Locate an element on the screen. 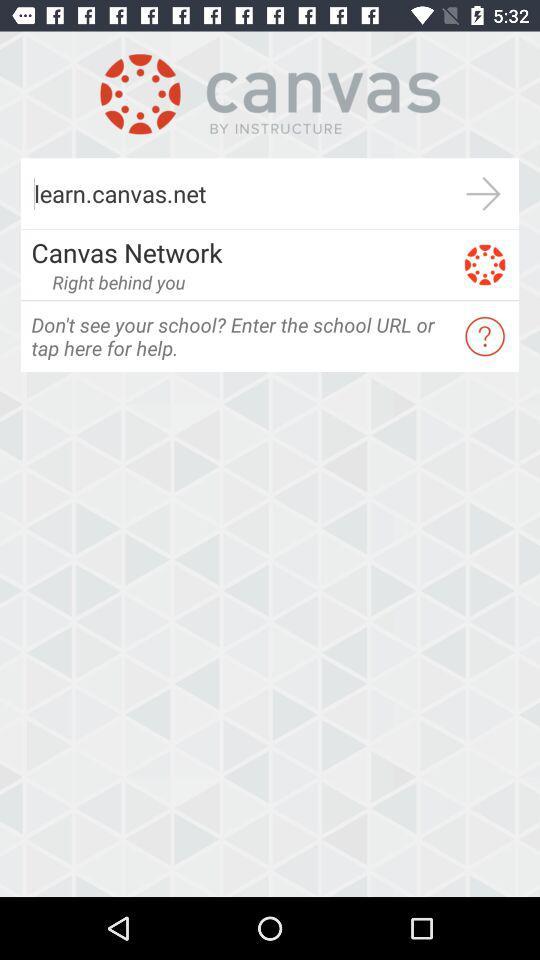 This screenshot has height=960, width=540. further details is located at coordinates (482, 193).